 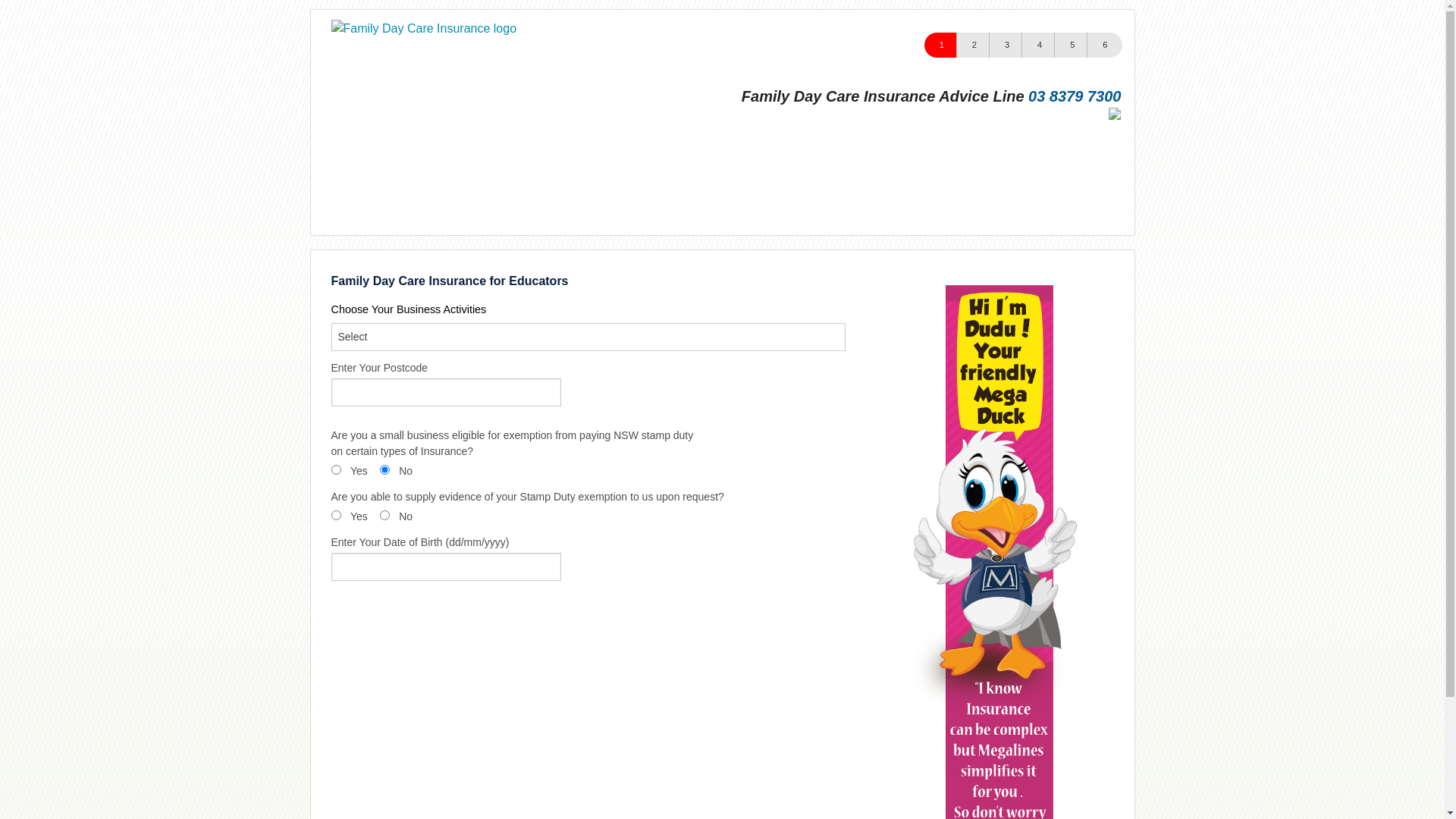 What do you see at coordinates (1104, 44) in the screenshot?
I see `'6'` at bounding box center [1104, 44].